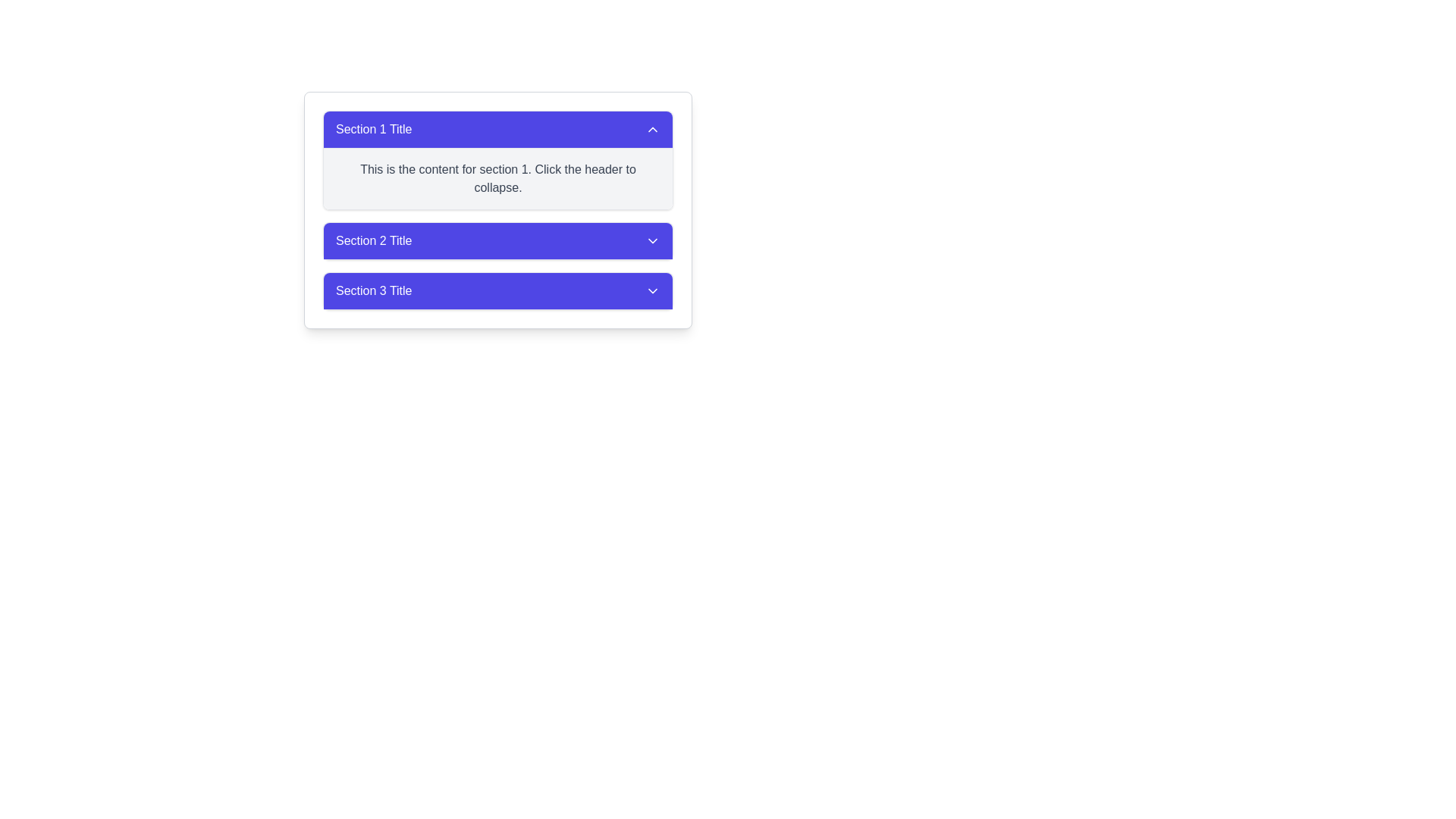 Image resolution: width=1456 pixels, height=819 pixels. I want to click on the title text of the third collapsible section labeled 'Section 3', so click(374, 291).